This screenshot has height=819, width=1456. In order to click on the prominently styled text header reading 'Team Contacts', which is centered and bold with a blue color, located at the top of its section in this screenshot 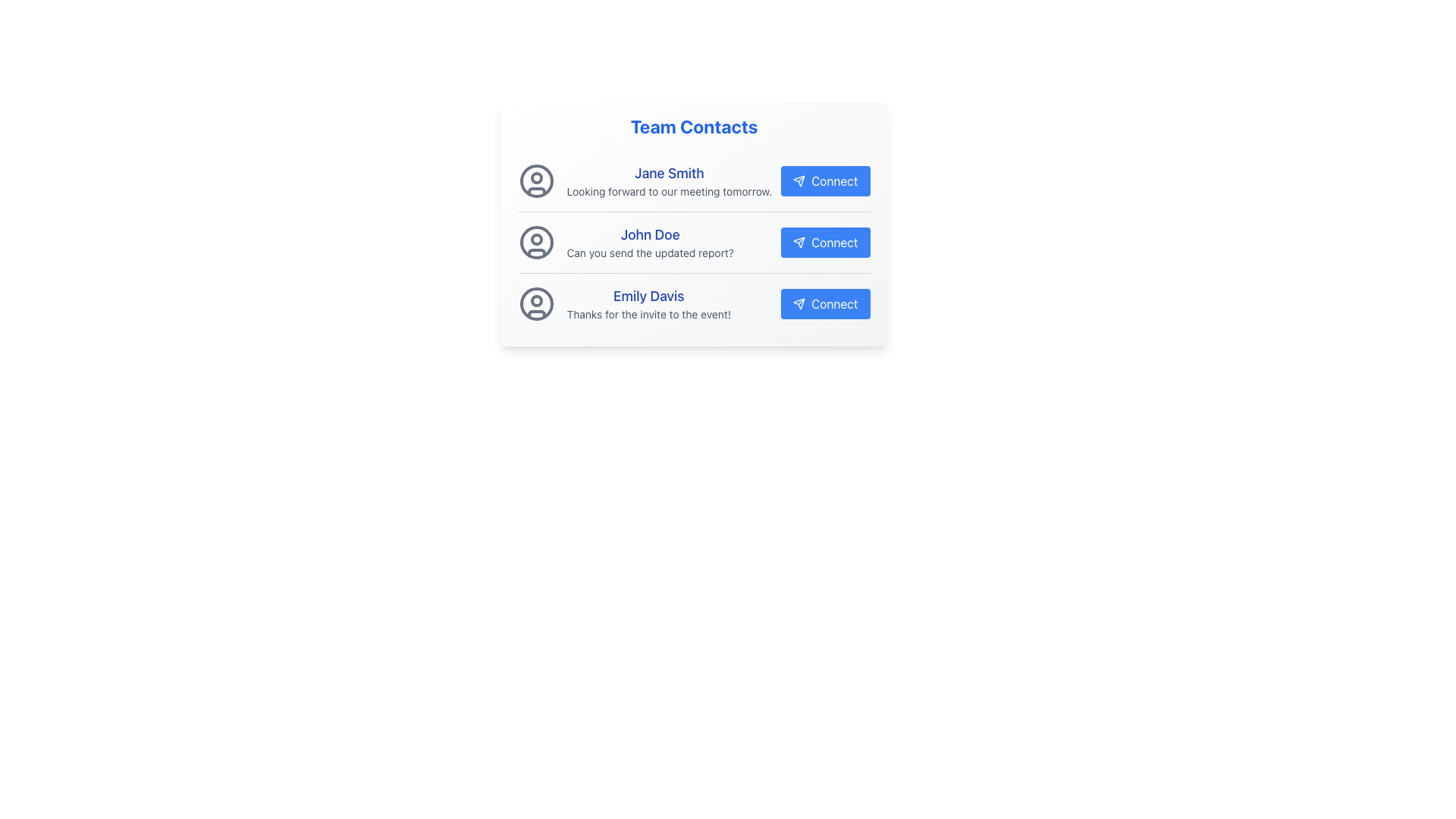, I will do `click(693, 125)`.